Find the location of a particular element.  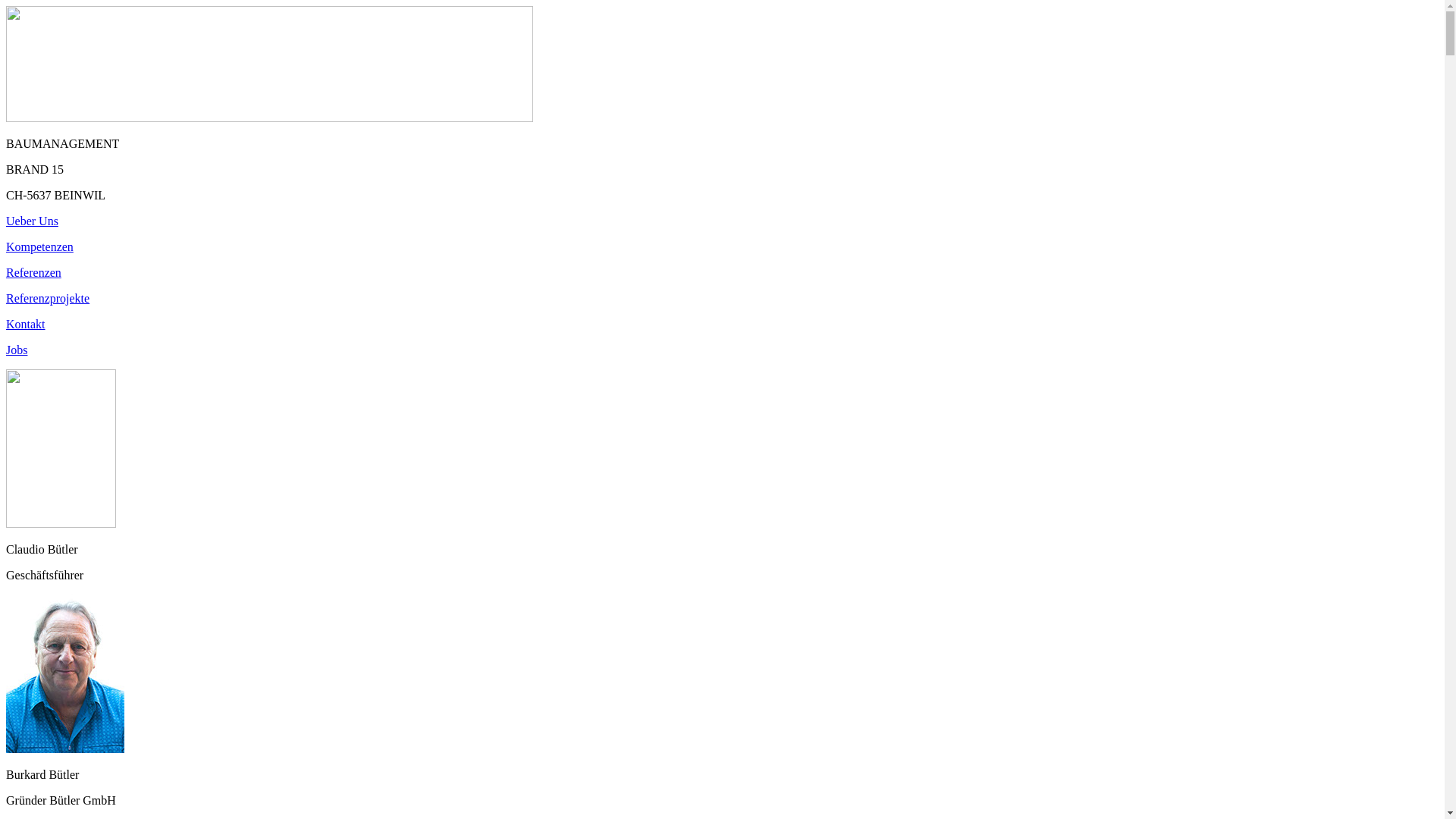

'Ueber Uns' is located at coordinates (6, 221).